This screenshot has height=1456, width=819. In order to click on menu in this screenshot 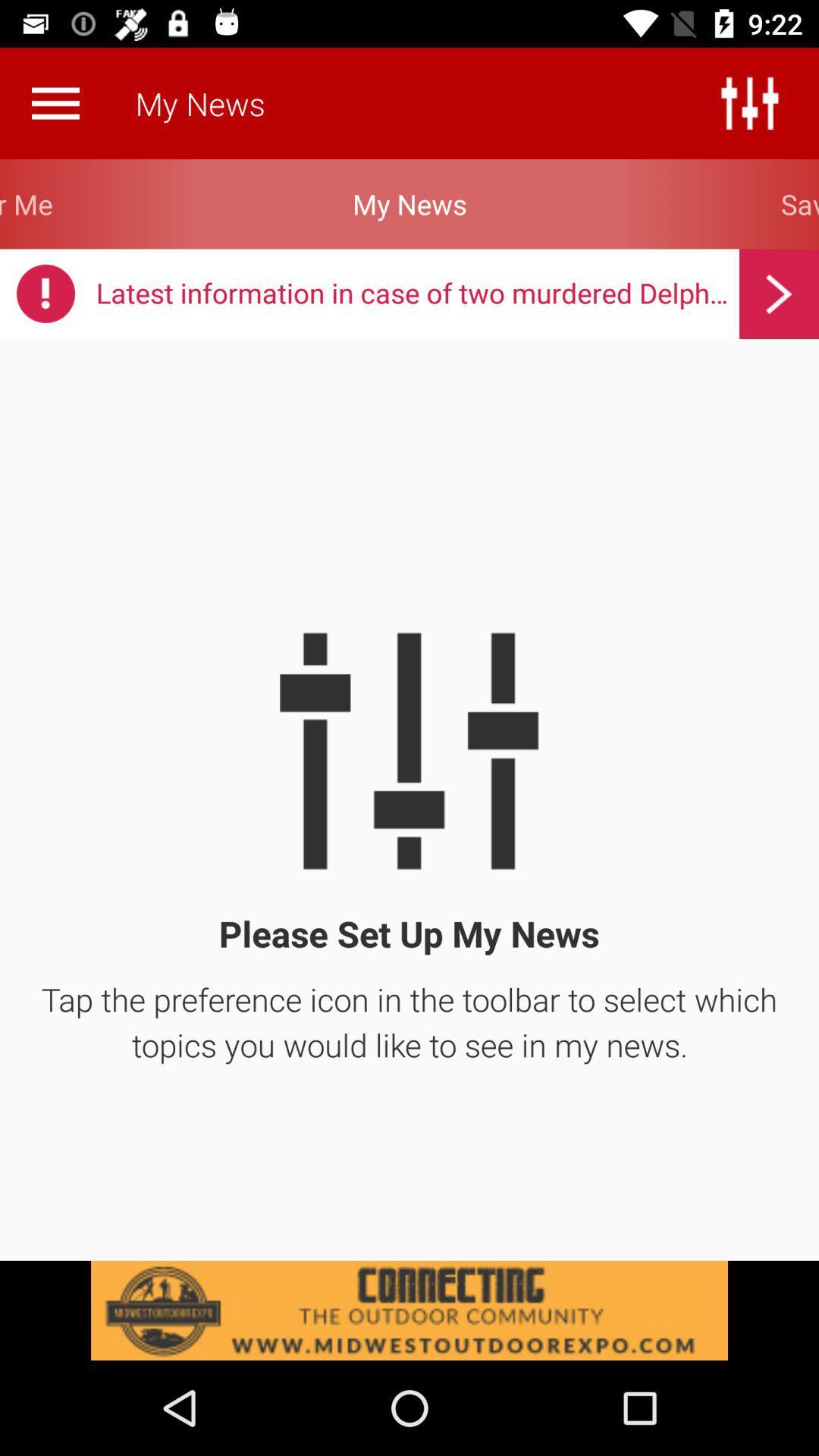, I will do `click(55, 102)`.